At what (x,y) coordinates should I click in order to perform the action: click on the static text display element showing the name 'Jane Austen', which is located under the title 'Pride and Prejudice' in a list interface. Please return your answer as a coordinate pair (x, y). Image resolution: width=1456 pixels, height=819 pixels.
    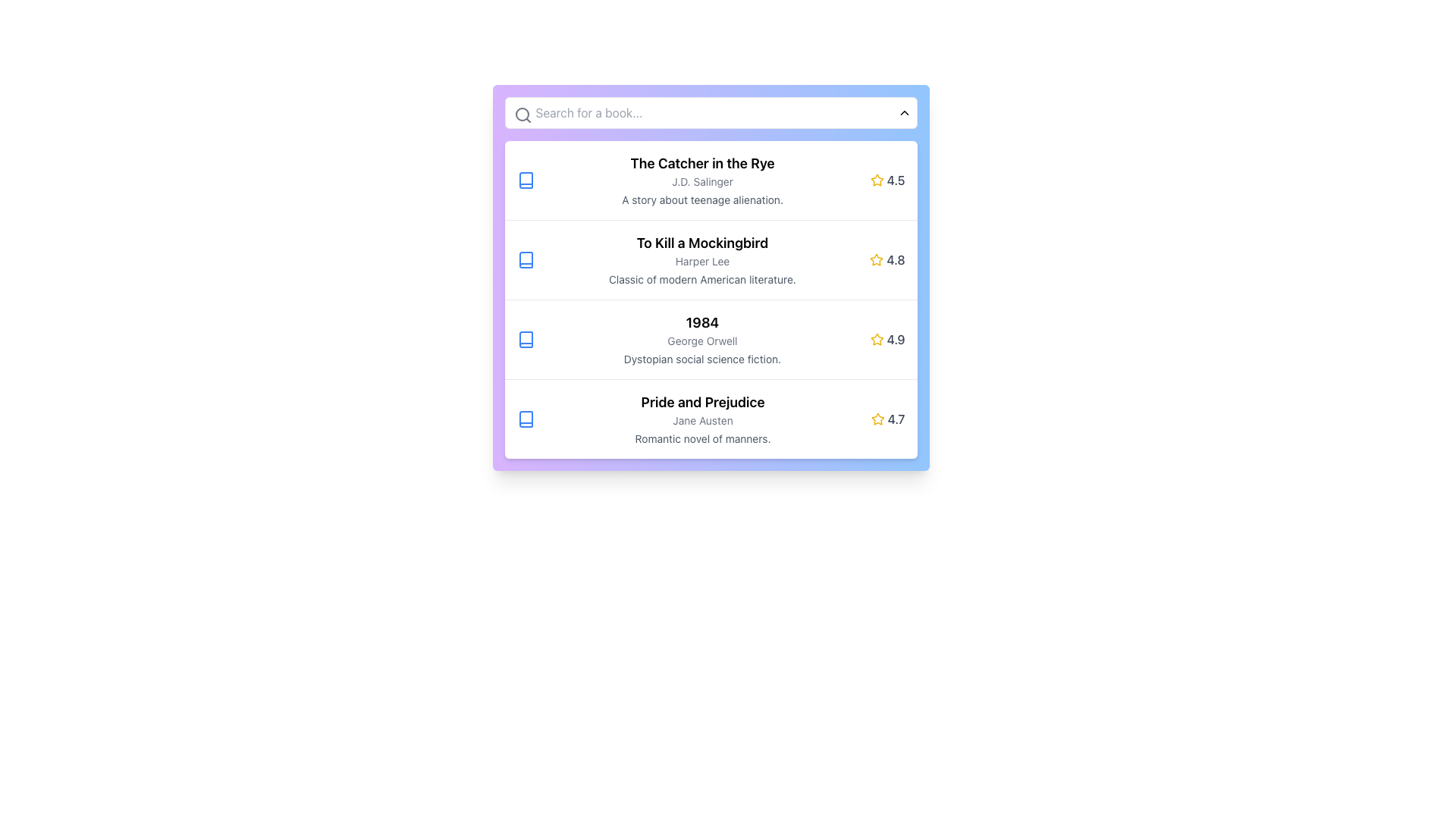
    Looking at the image, I should click on (701, 421).